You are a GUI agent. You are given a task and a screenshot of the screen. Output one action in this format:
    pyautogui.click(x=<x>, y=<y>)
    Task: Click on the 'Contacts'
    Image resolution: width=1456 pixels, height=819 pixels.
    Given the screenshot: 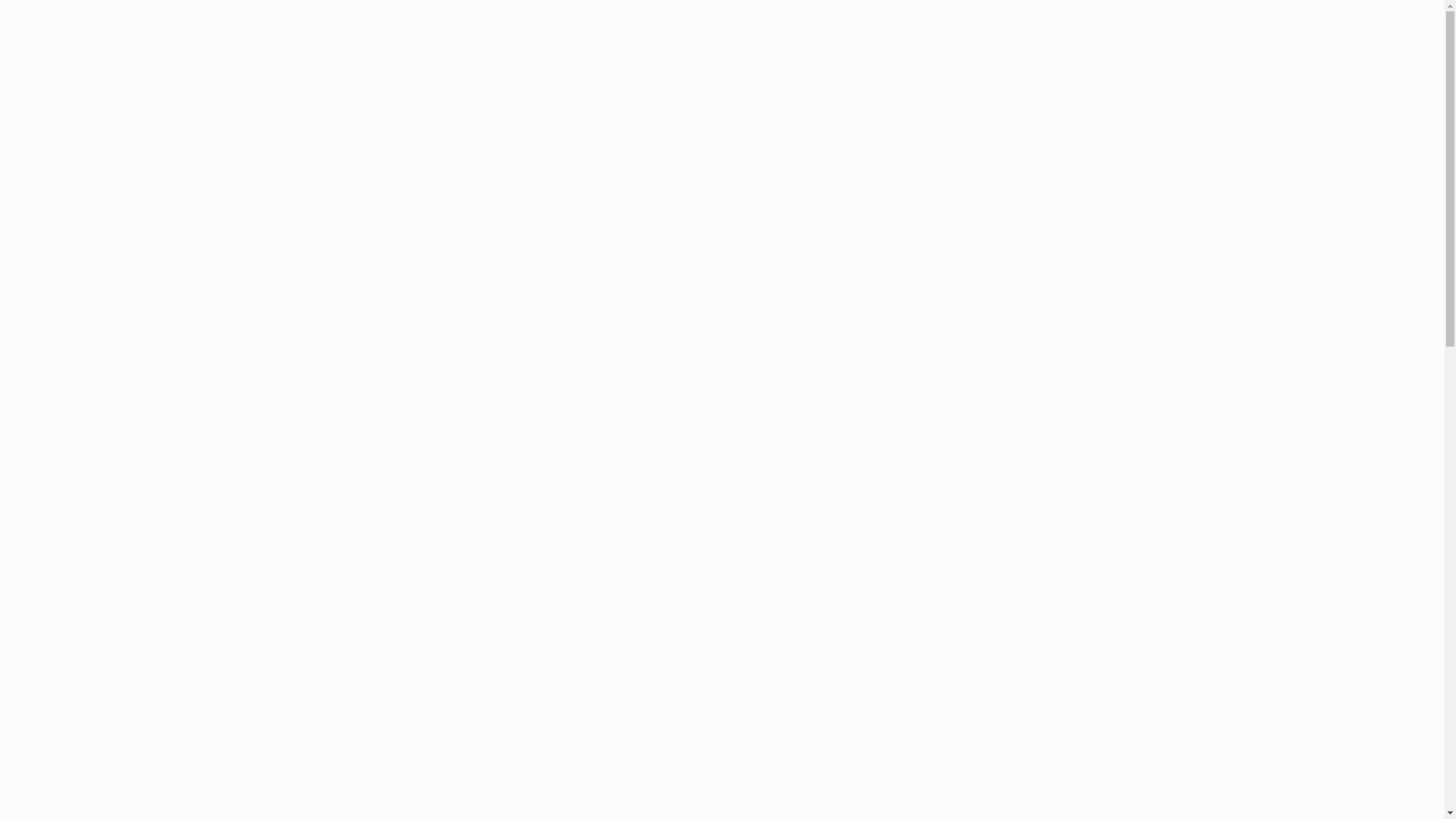 What is the action you would take?
    pyautogui.click(x=1110, y=45)
    